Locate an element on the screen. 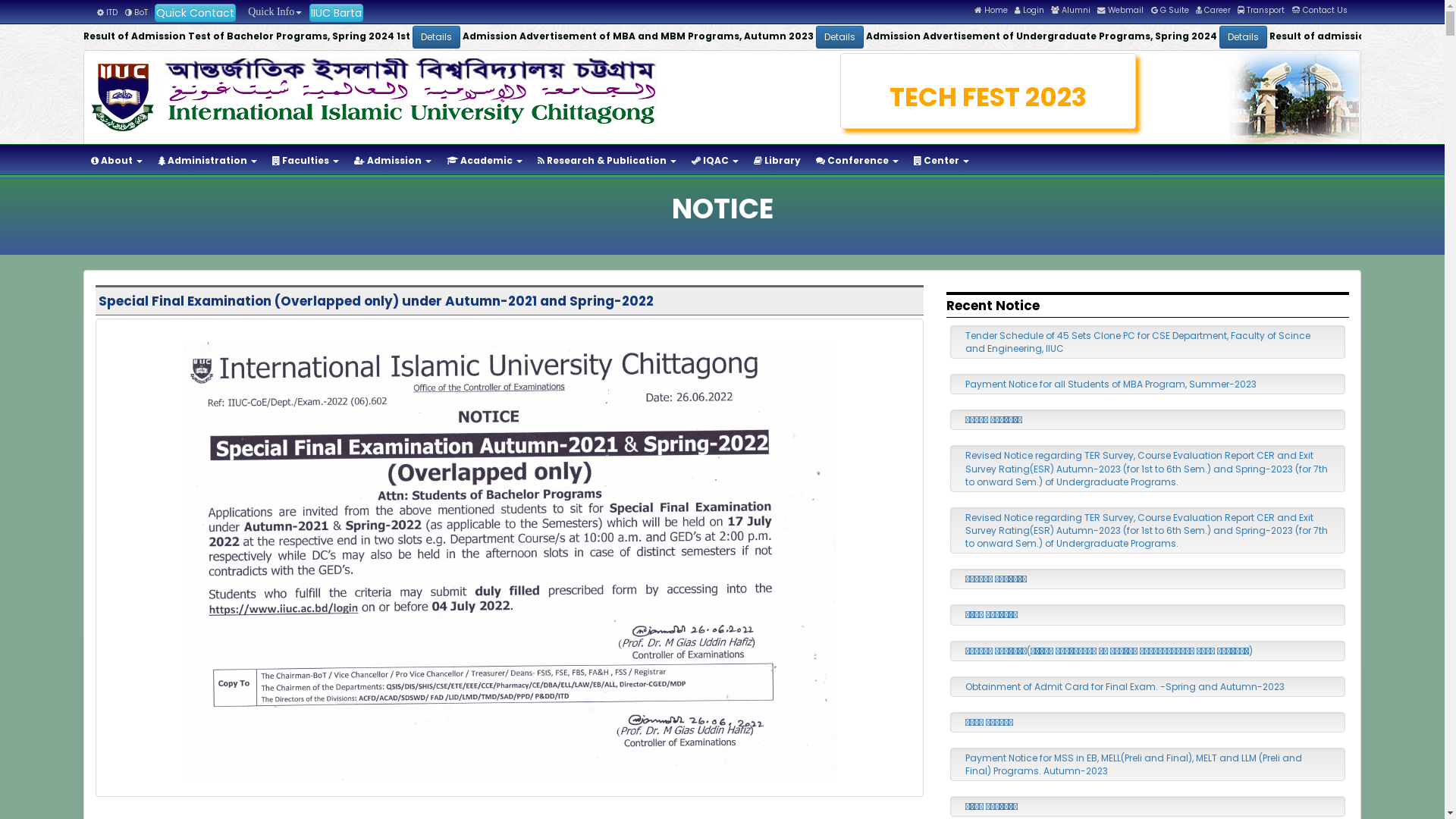  'Admission' is located at coordinates (393, 161).